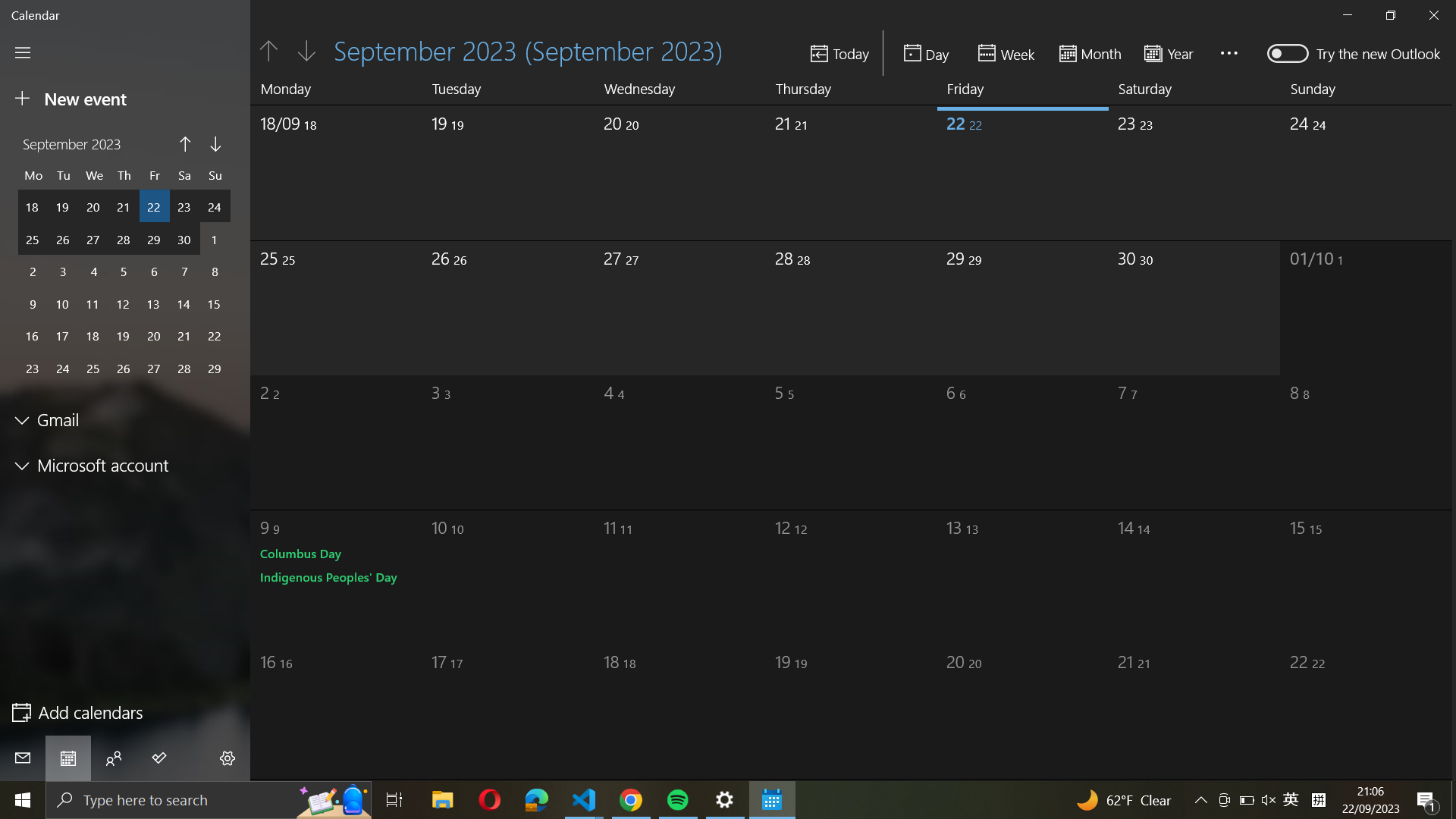  I want to click on Retract the side panel of the calendar, so click(23, 52).